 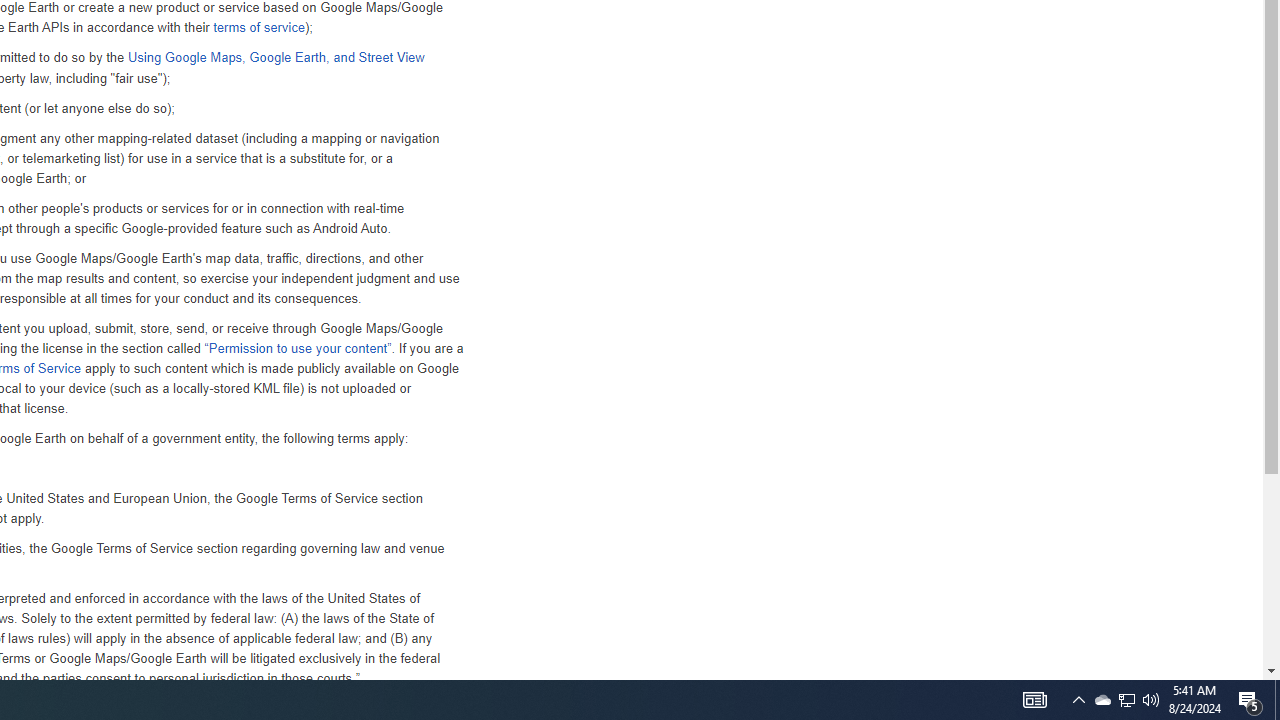 What do you see at coordinates (257, 28) in the screenshot?
I see `'terms of service'` at bounding box center [257, 28].